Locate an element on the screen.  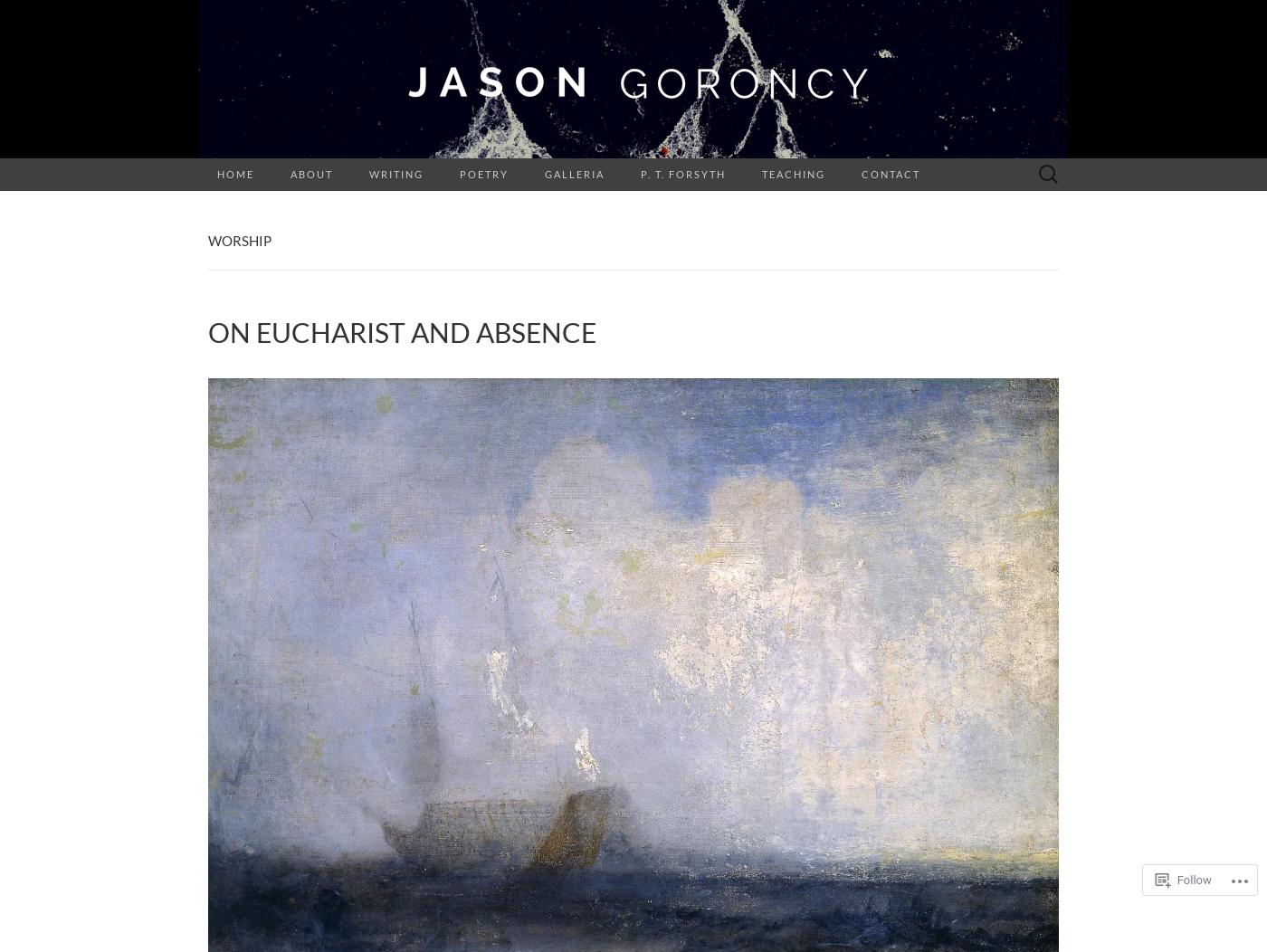
'About' is located at coordinates (311, 174).